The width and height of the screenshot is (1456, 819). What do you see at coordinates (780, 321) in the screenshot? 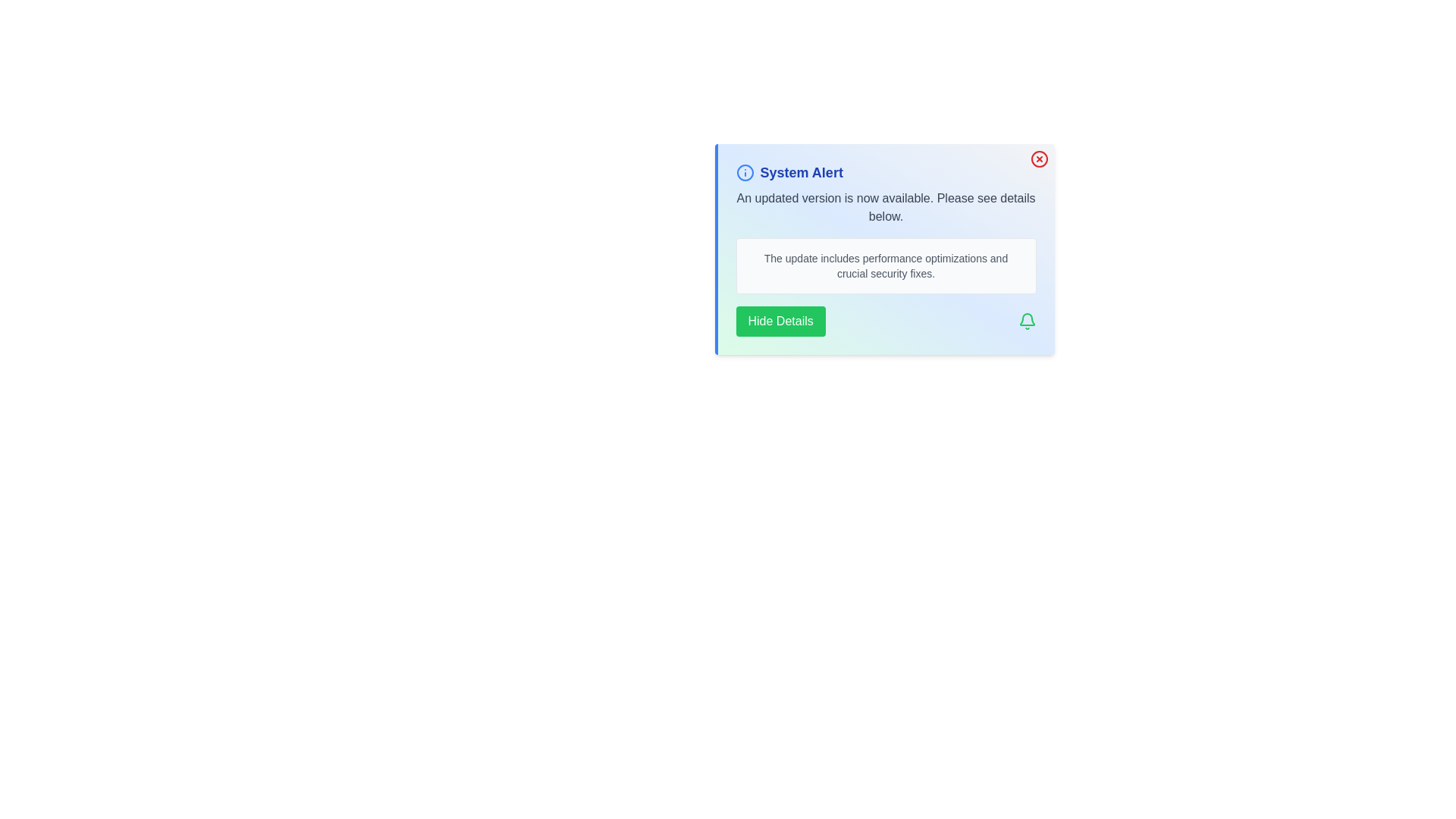
I see `'Hide Details' button to toggle the visibility of the additional details` at bounding box center [780, 321].